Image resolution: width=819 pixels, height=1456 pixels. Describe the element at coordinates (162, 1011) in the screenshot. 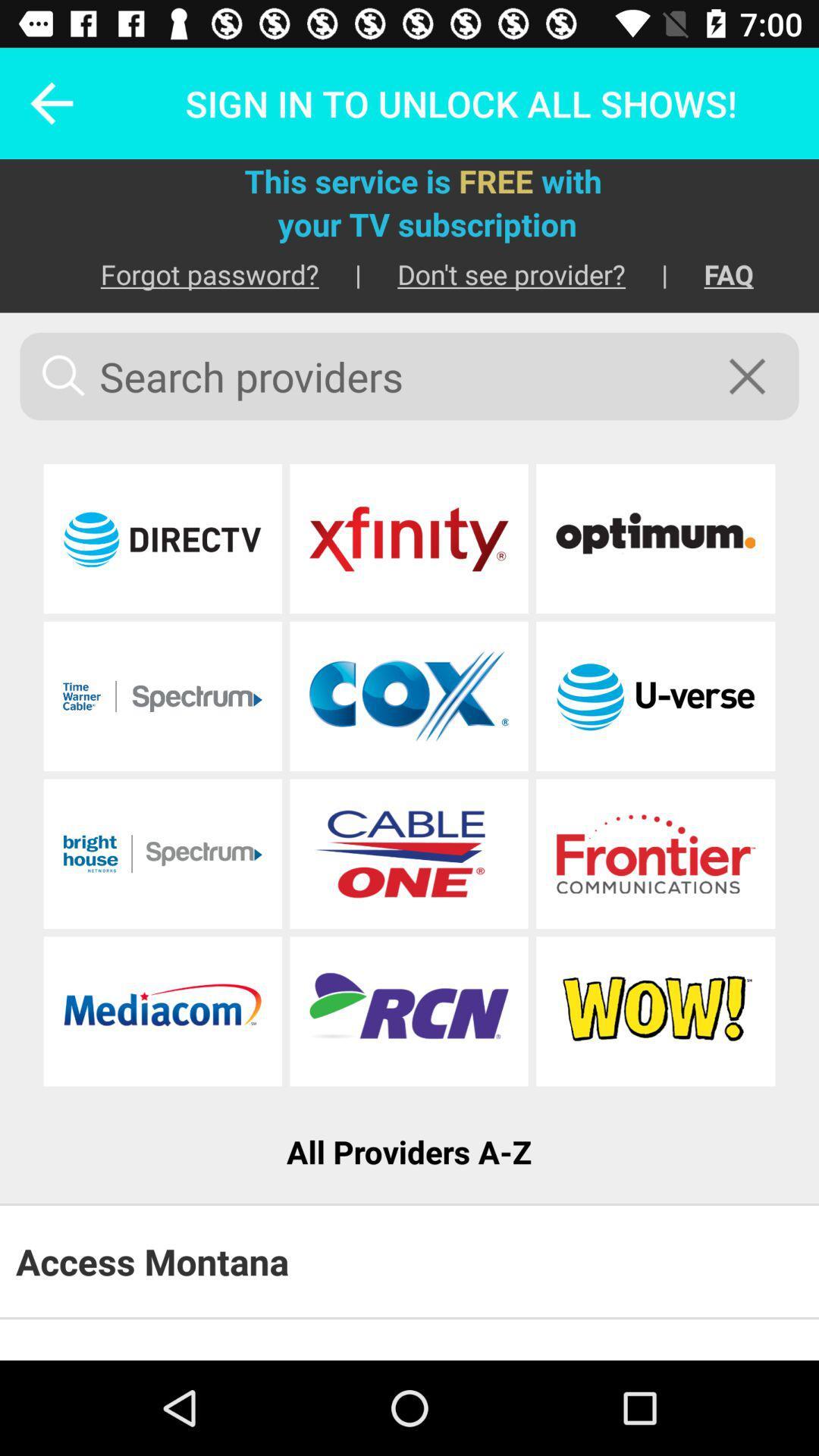

I see `website` at that location.